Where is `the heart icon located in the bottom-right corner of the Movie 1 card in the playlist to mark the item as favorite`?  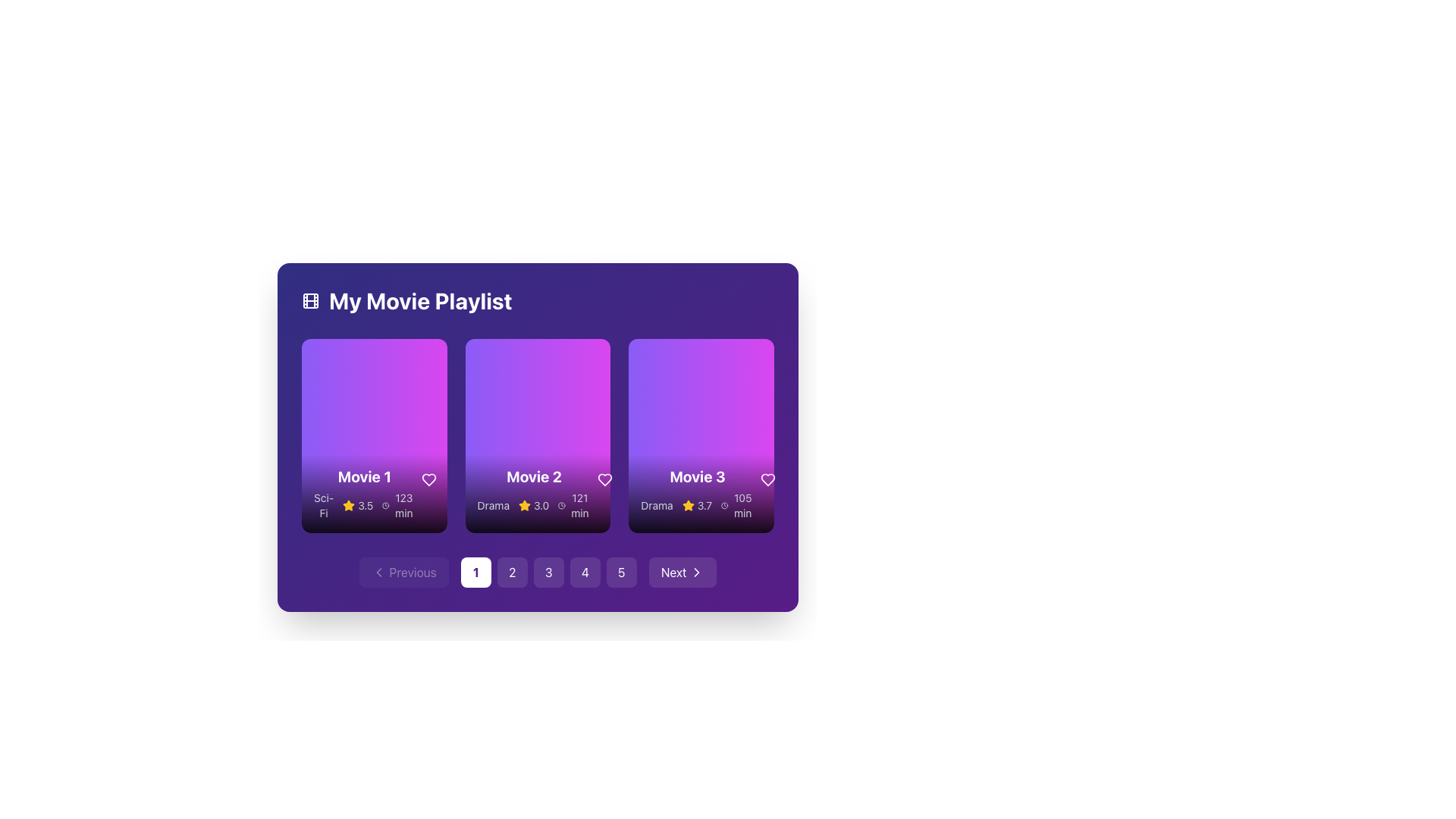 the heart icon located in the bottom-right corner of the Movie 1 card in the playlist to mark the item as favorite is located at coordinates (428, 479).